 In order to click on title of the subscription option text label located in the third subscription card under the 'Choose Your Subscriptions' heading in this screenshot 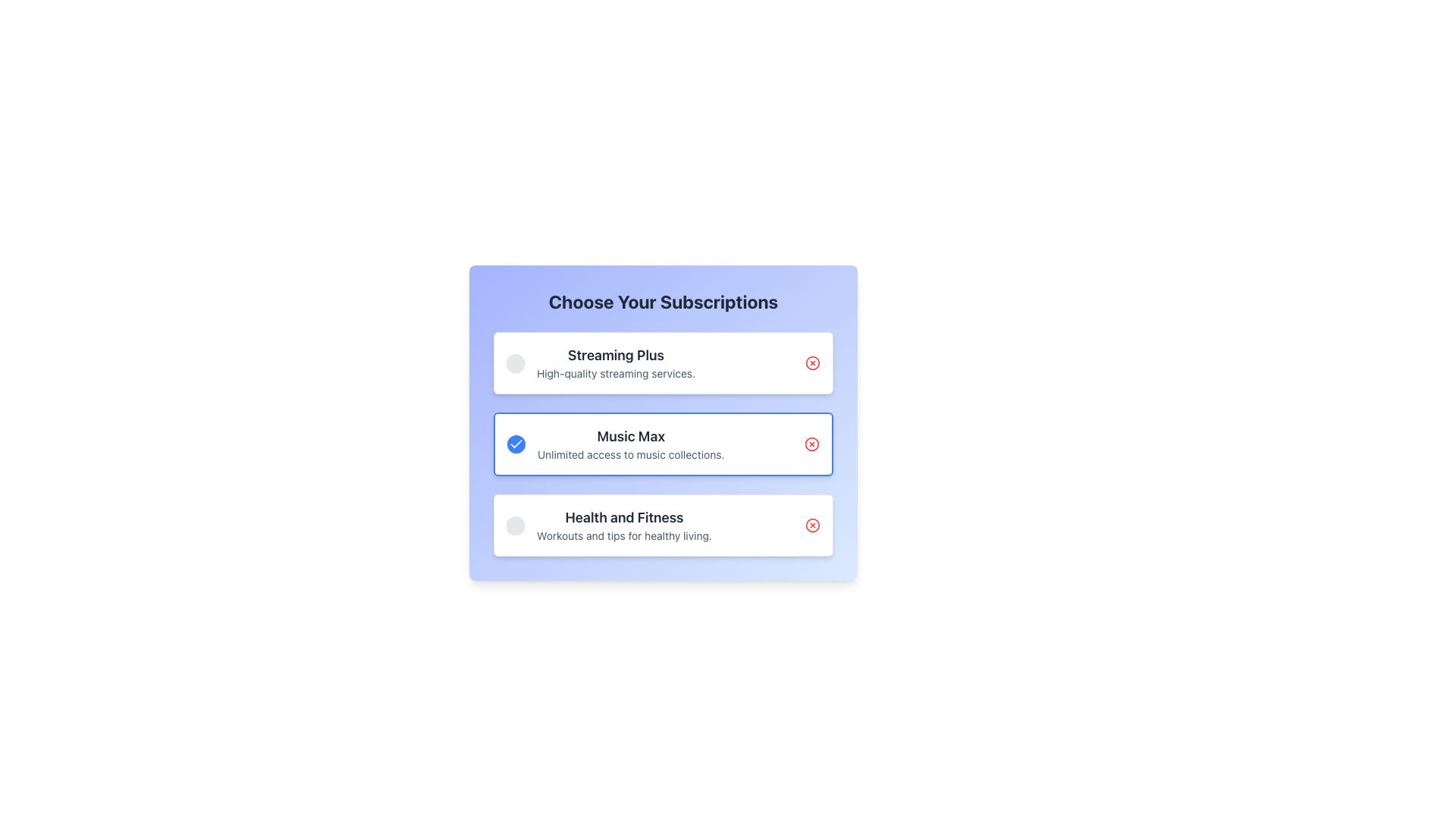, I will do `click(624, 516)`.